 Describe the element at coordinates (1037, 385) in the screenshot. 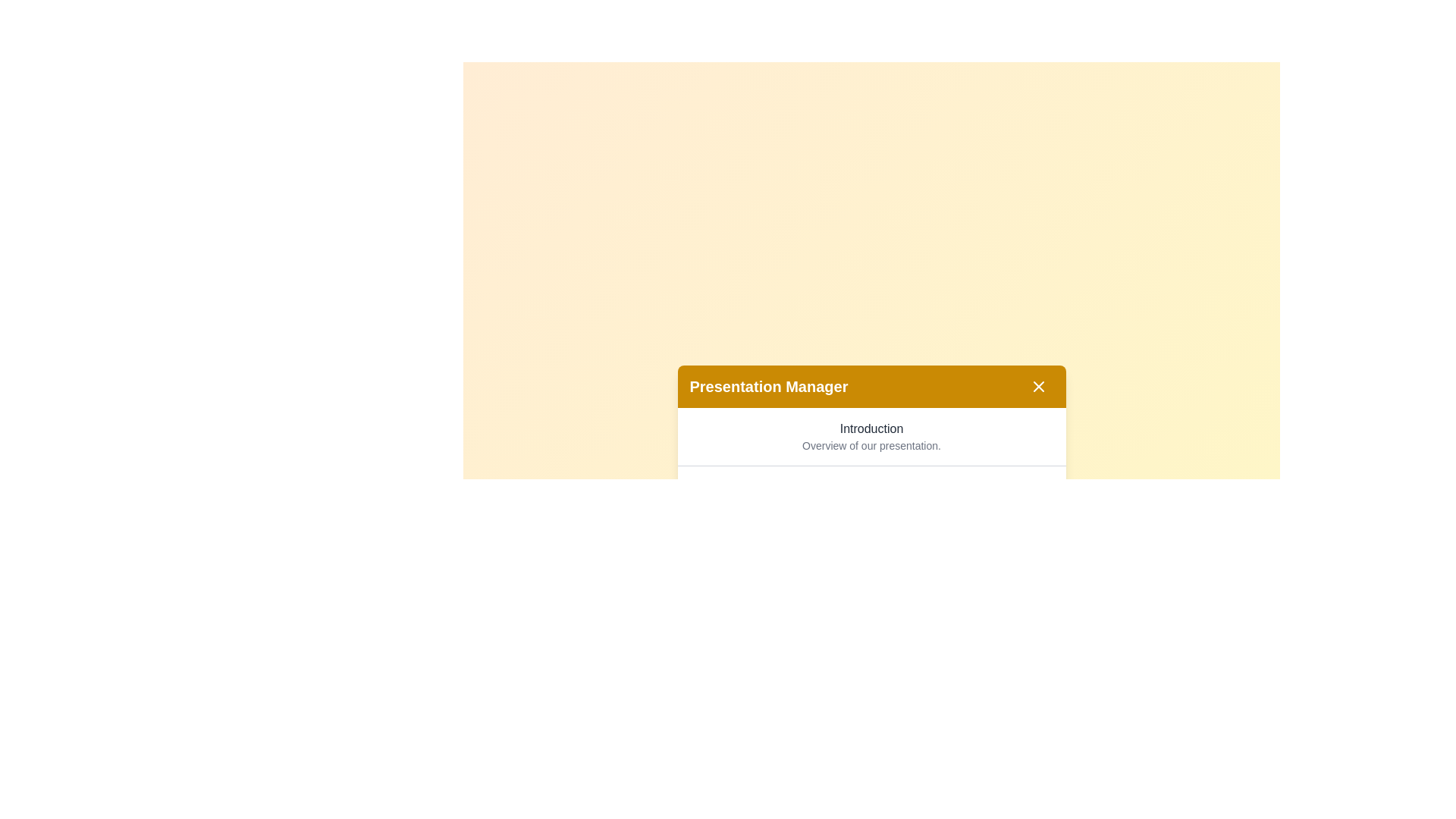

I see `the close button in the top-right corner of the dialog` at that location.